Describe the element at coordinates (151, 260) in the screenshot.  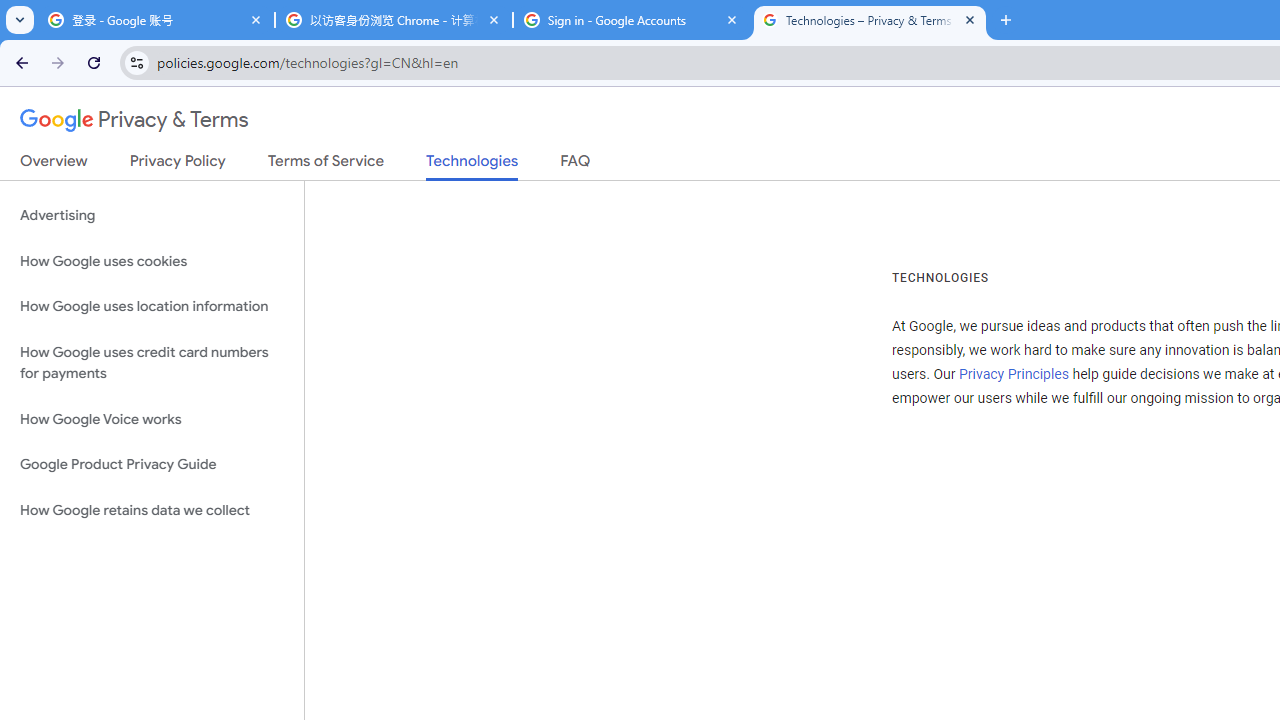
I see `'How Google uses cookies'` at that location.